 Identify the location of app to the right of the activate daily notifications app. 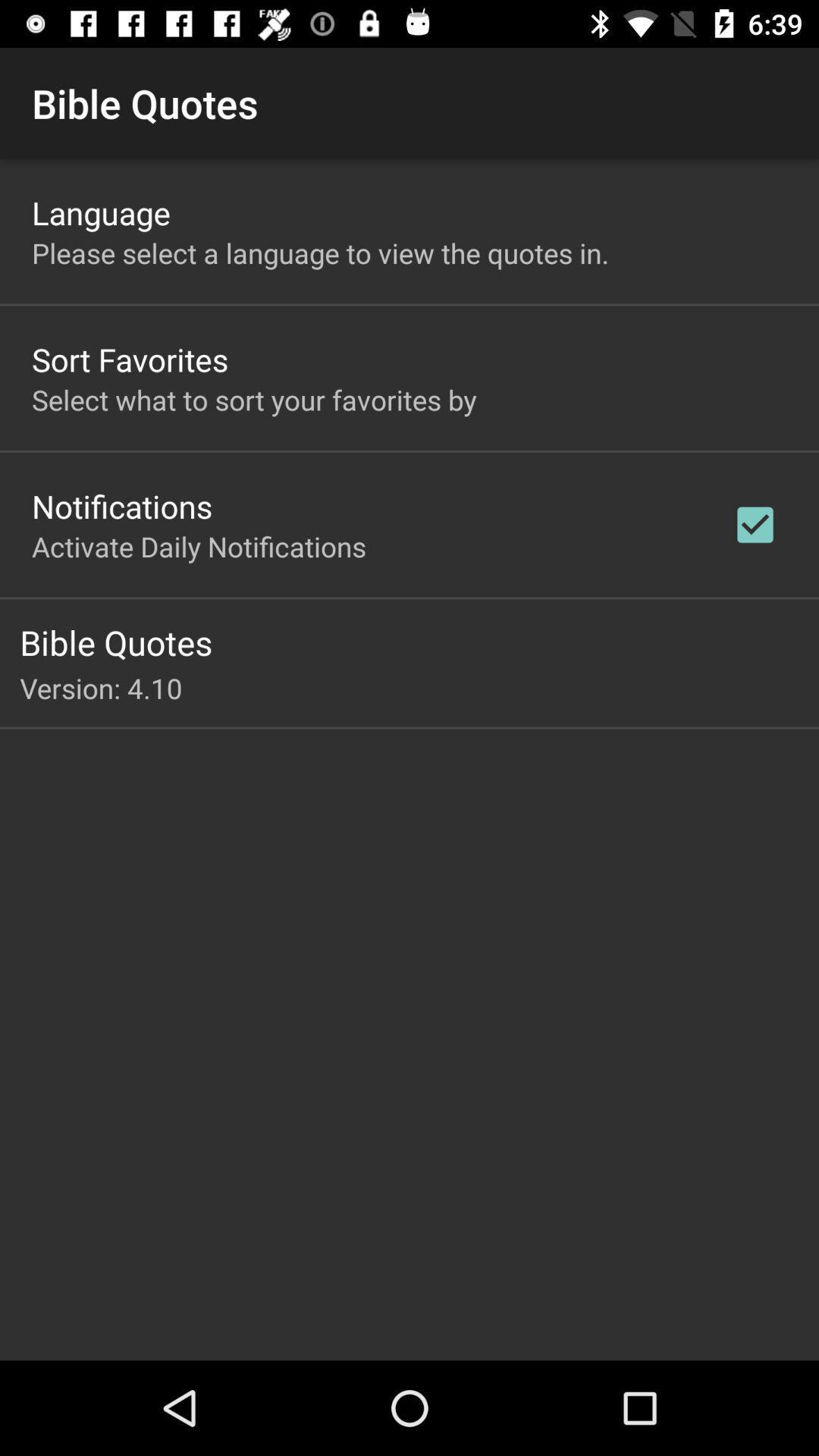
(755, 525).